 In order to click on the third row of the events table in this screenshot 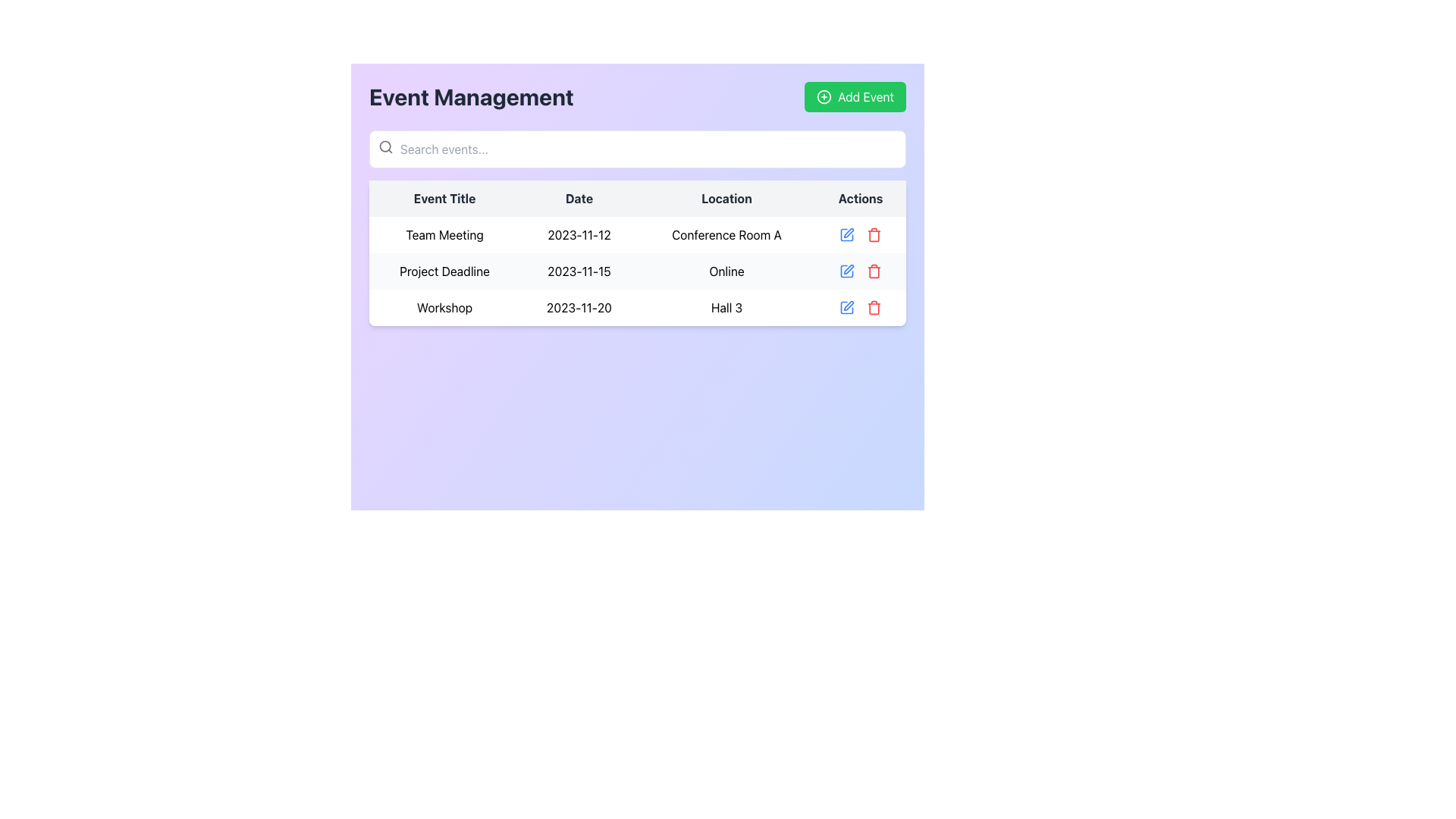, I will do `click(637, 307)`.